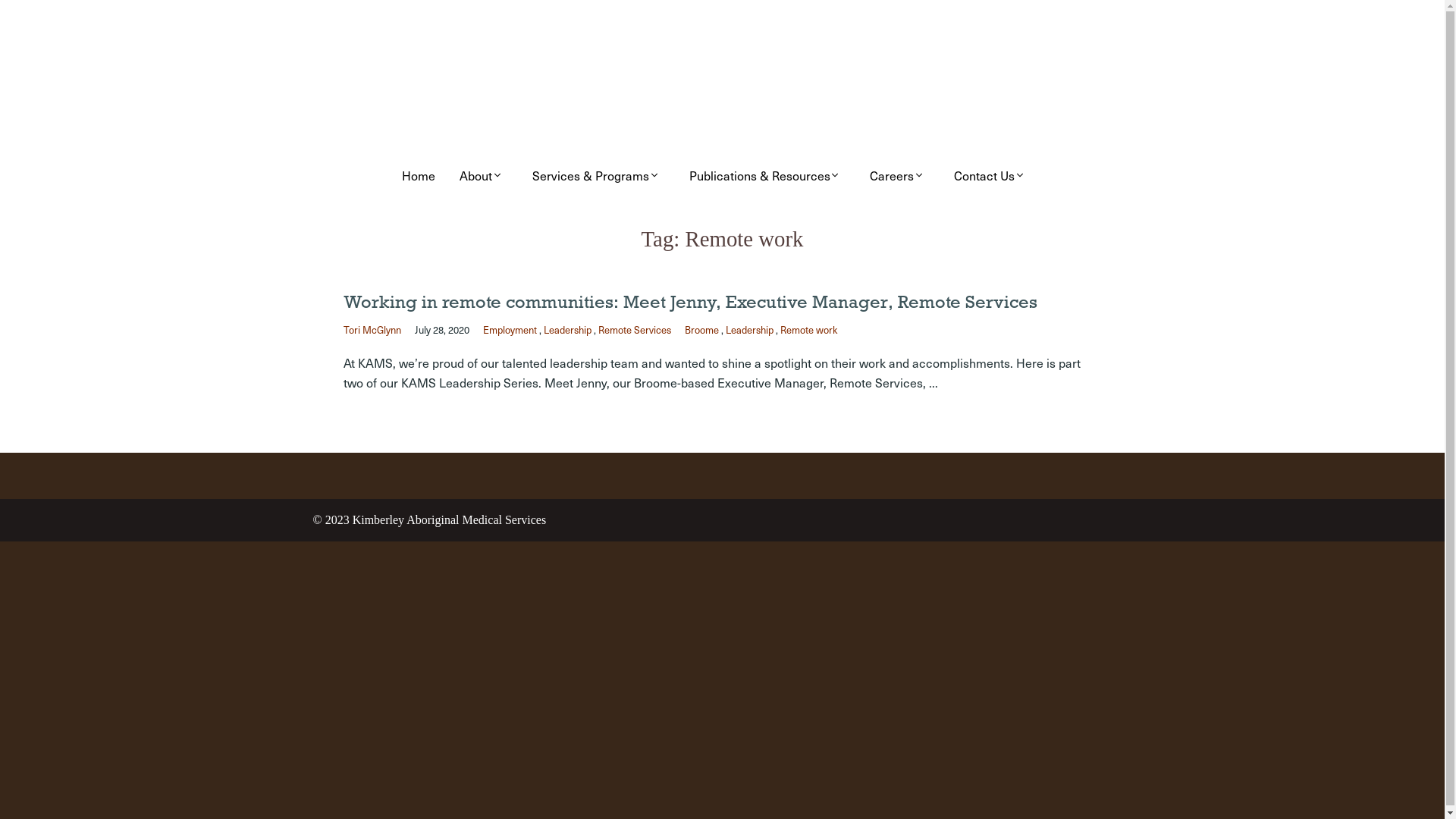  Describe the element at coordinates (682, 174) in the screenshot. I see `'Publications & Resources'` at that location.